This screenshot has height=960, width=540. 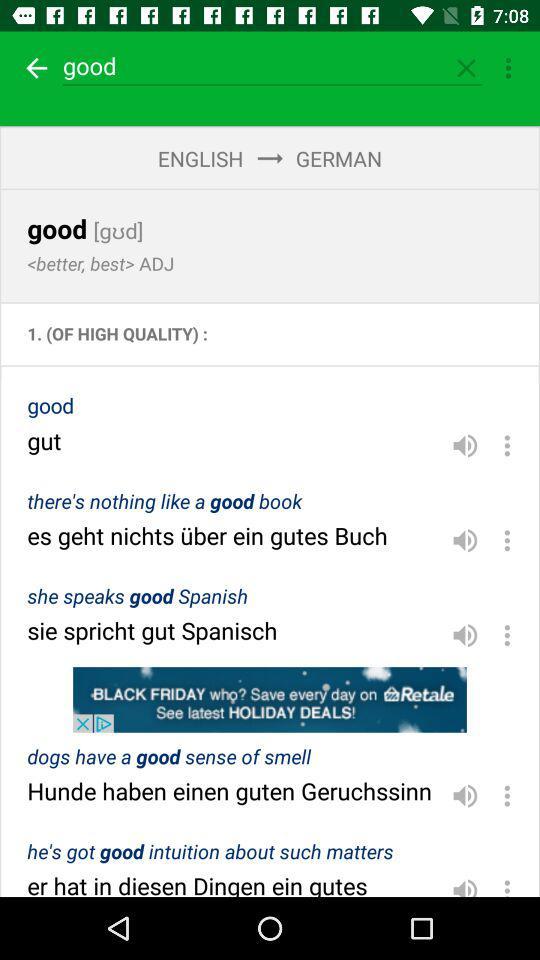 I want to click on sound, so click(x=465, y=445).